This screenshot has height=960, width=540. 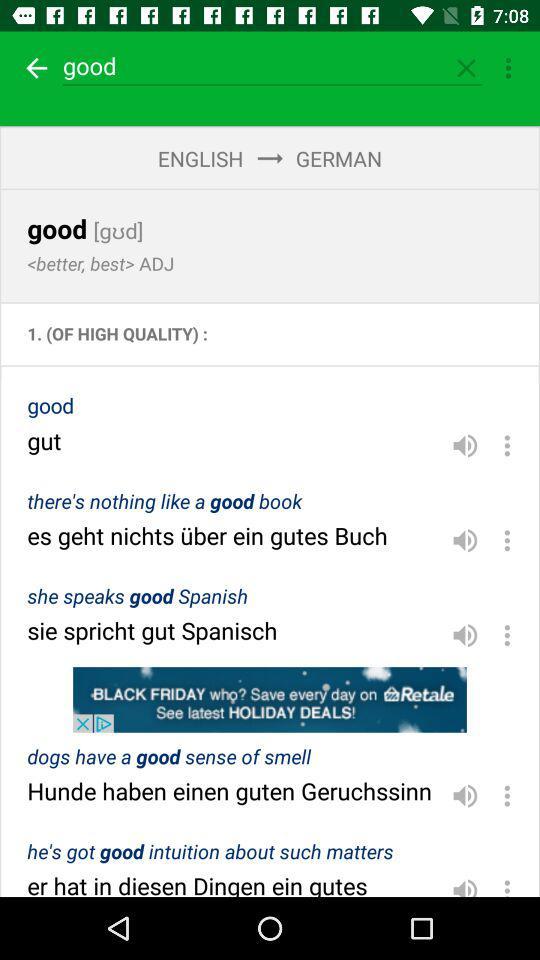 I want to click on sound, so click(x=465, y=445).